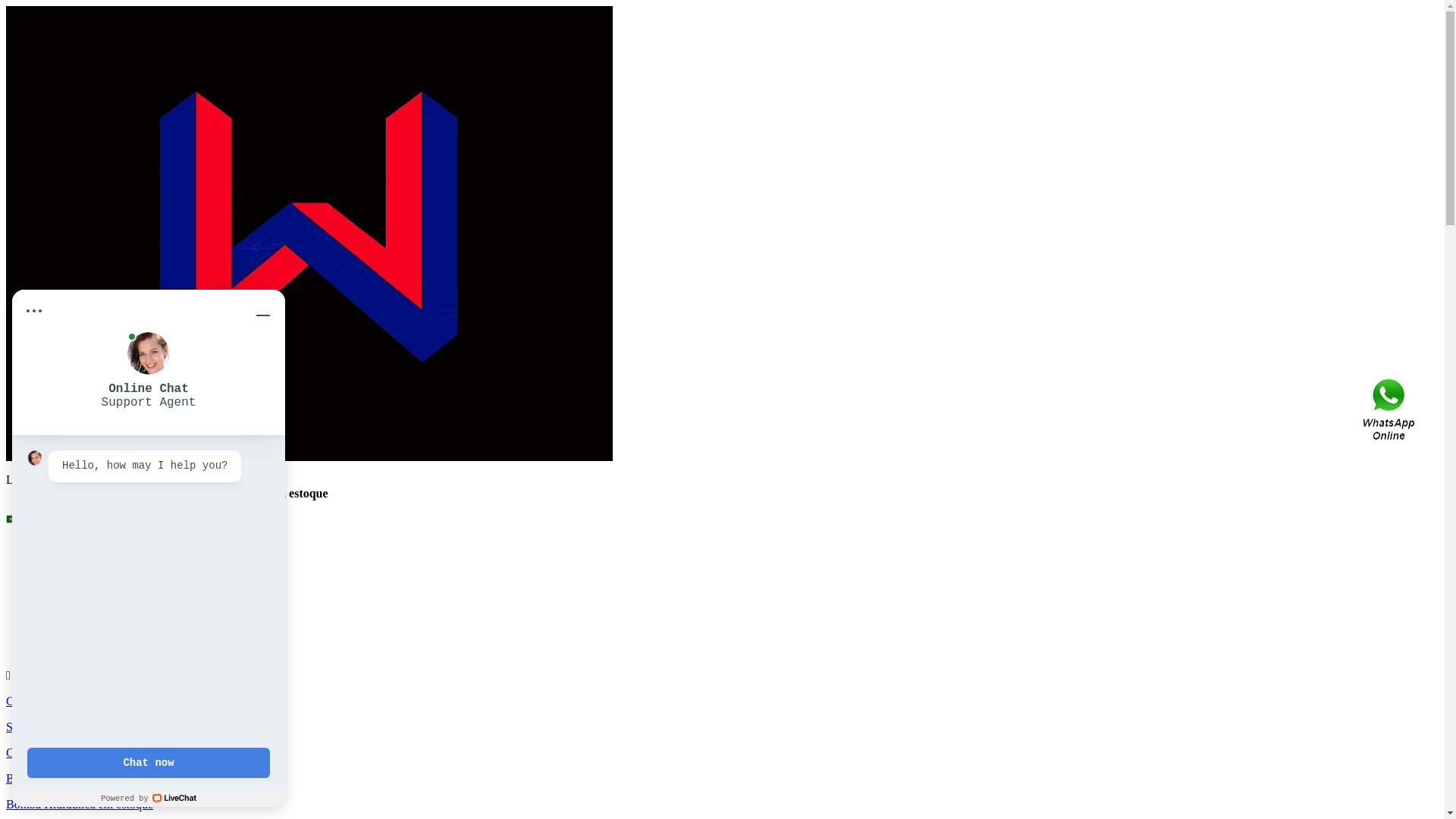 The height and width of the screenshot is (819, 1456). Describe the element at coordinates (64, 778) in the screenshot. I see `'Bombas de Engrenagem'` at that location.